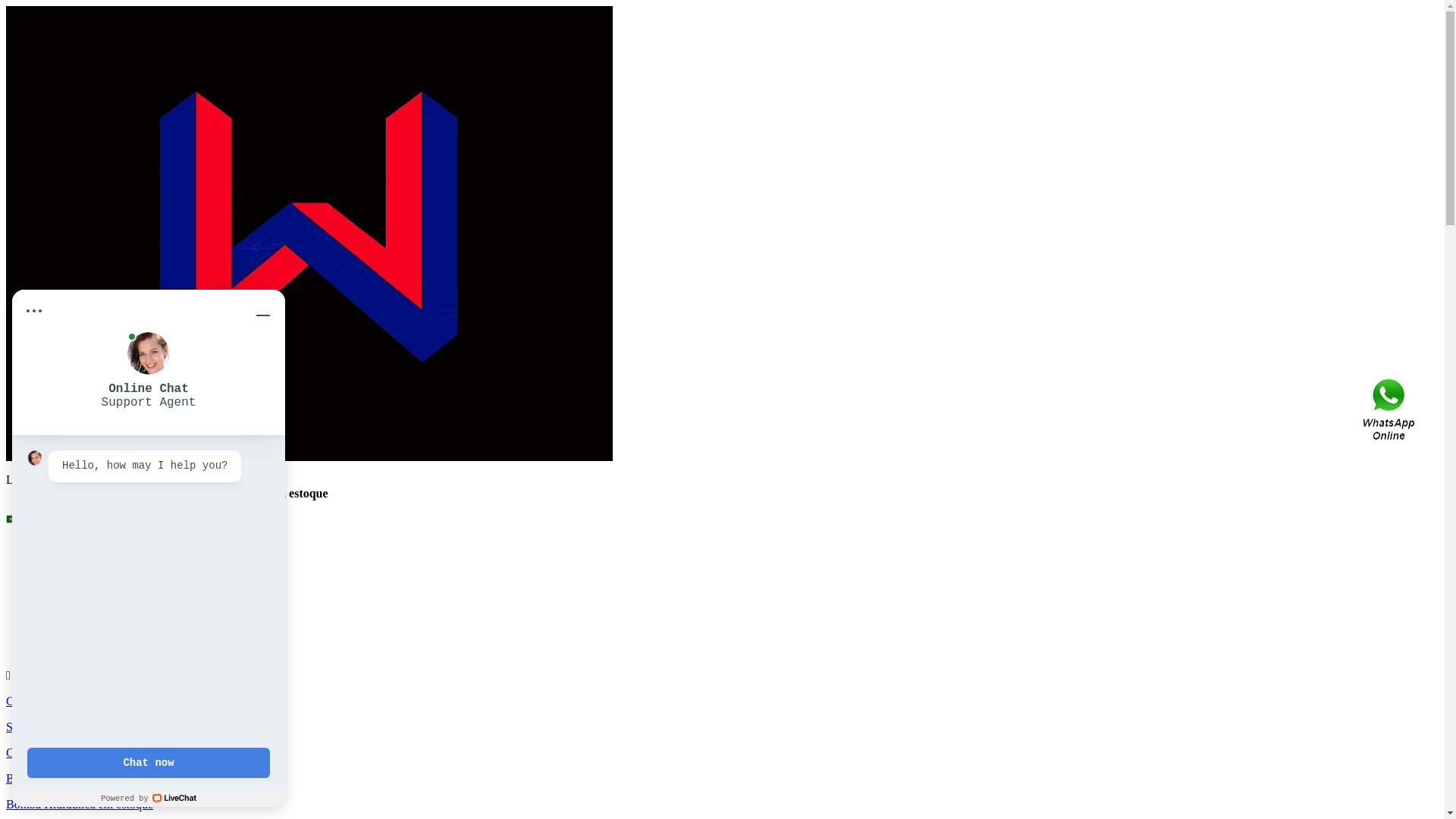 The height and width of the screenshot is (819, 1456). Describe the element at coordinates (64, 778) in the screenshot. I see `'Bombas de Engrenagem'` at that location.